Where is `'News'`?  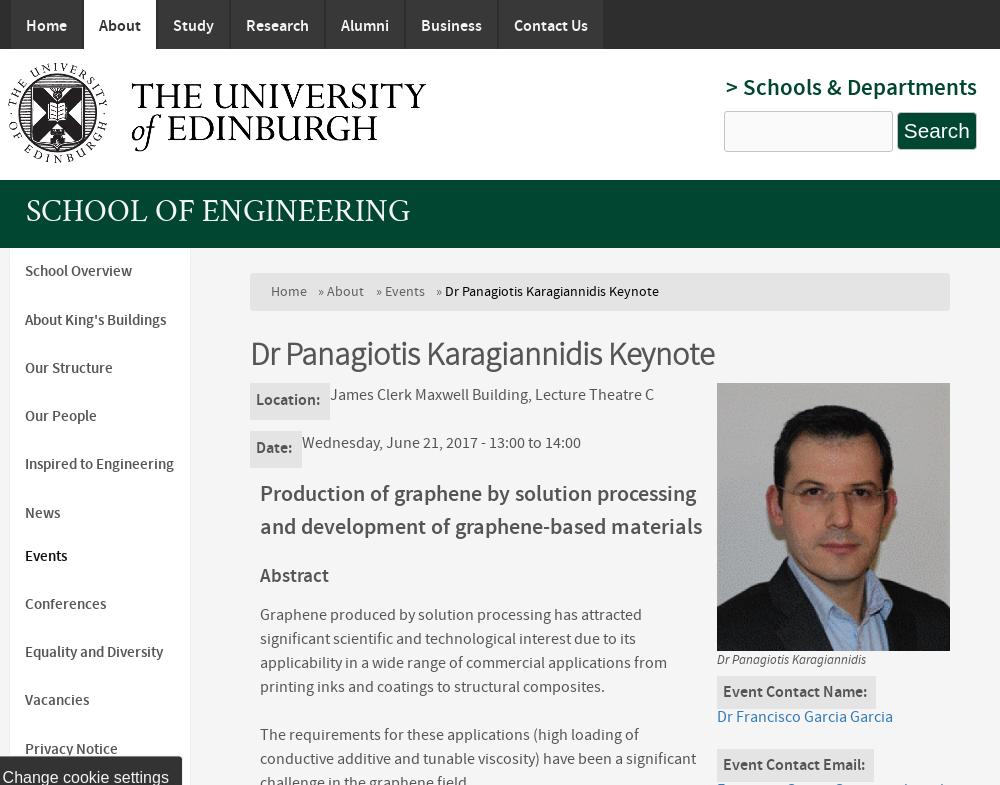
'News' is located at coordinates (42, 512).